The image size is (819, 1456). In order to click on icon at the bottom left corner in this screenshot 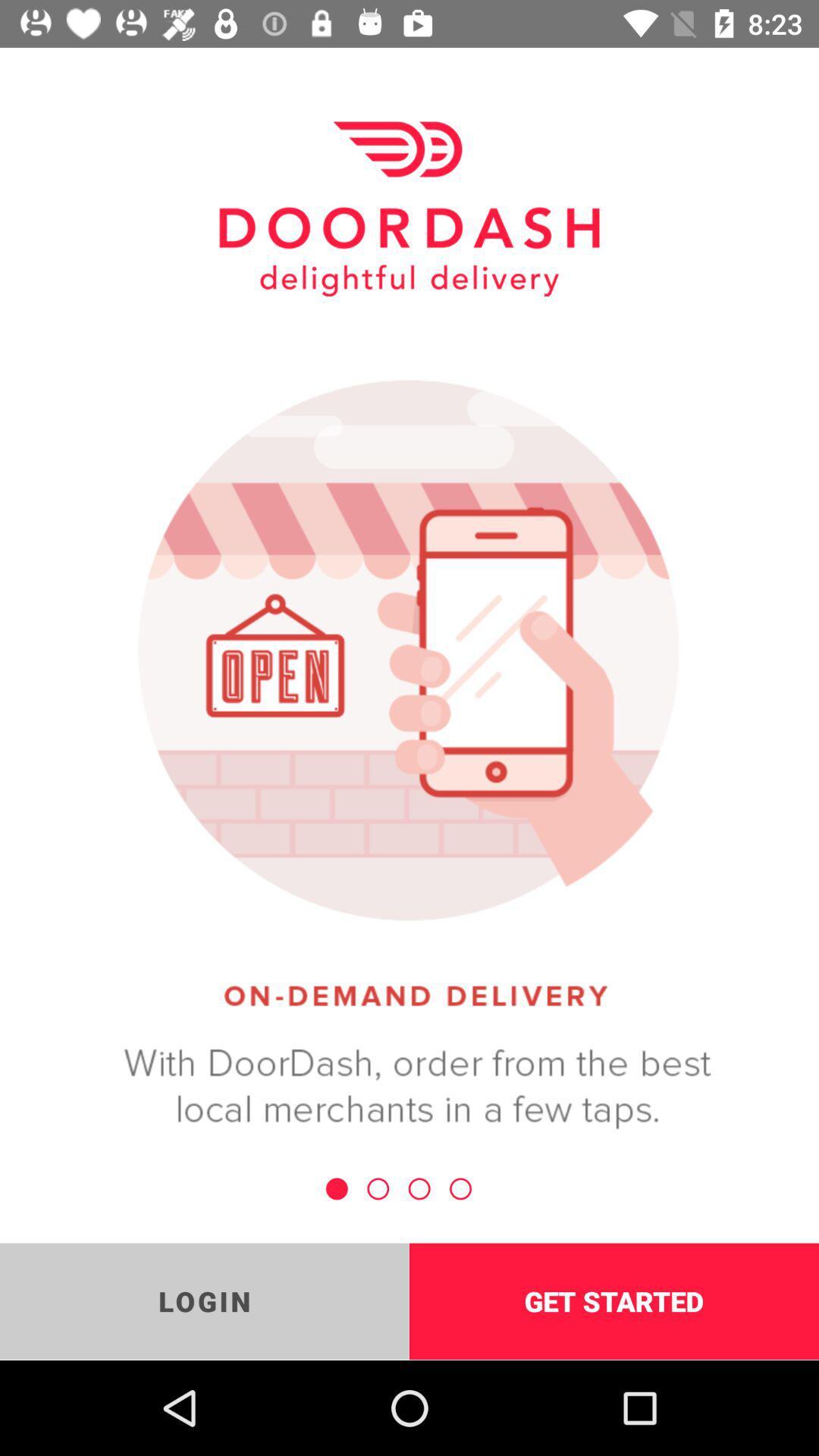, I will do `click(205, 1301)`.